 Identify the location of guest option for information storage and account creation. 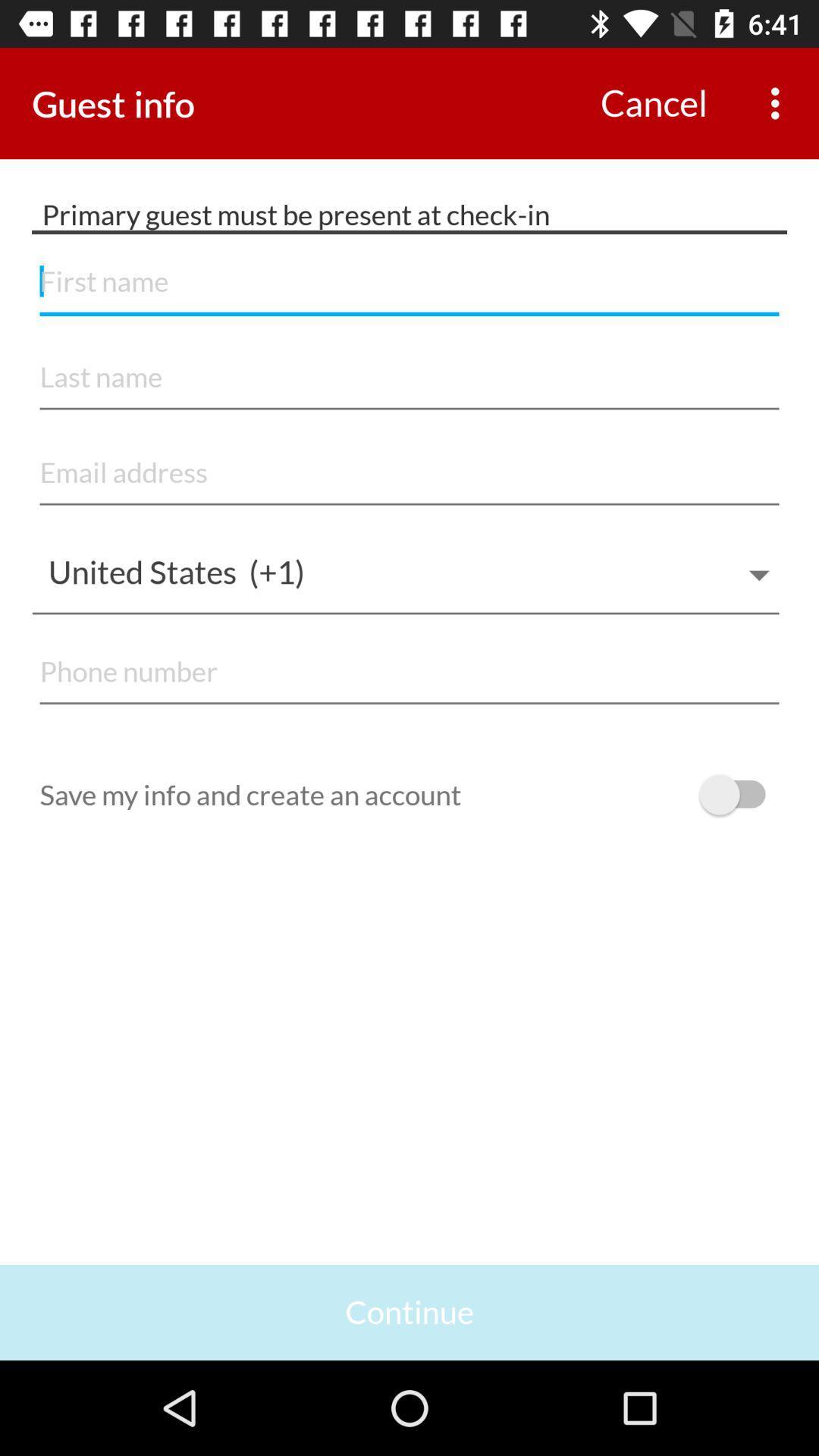
(739, 794).